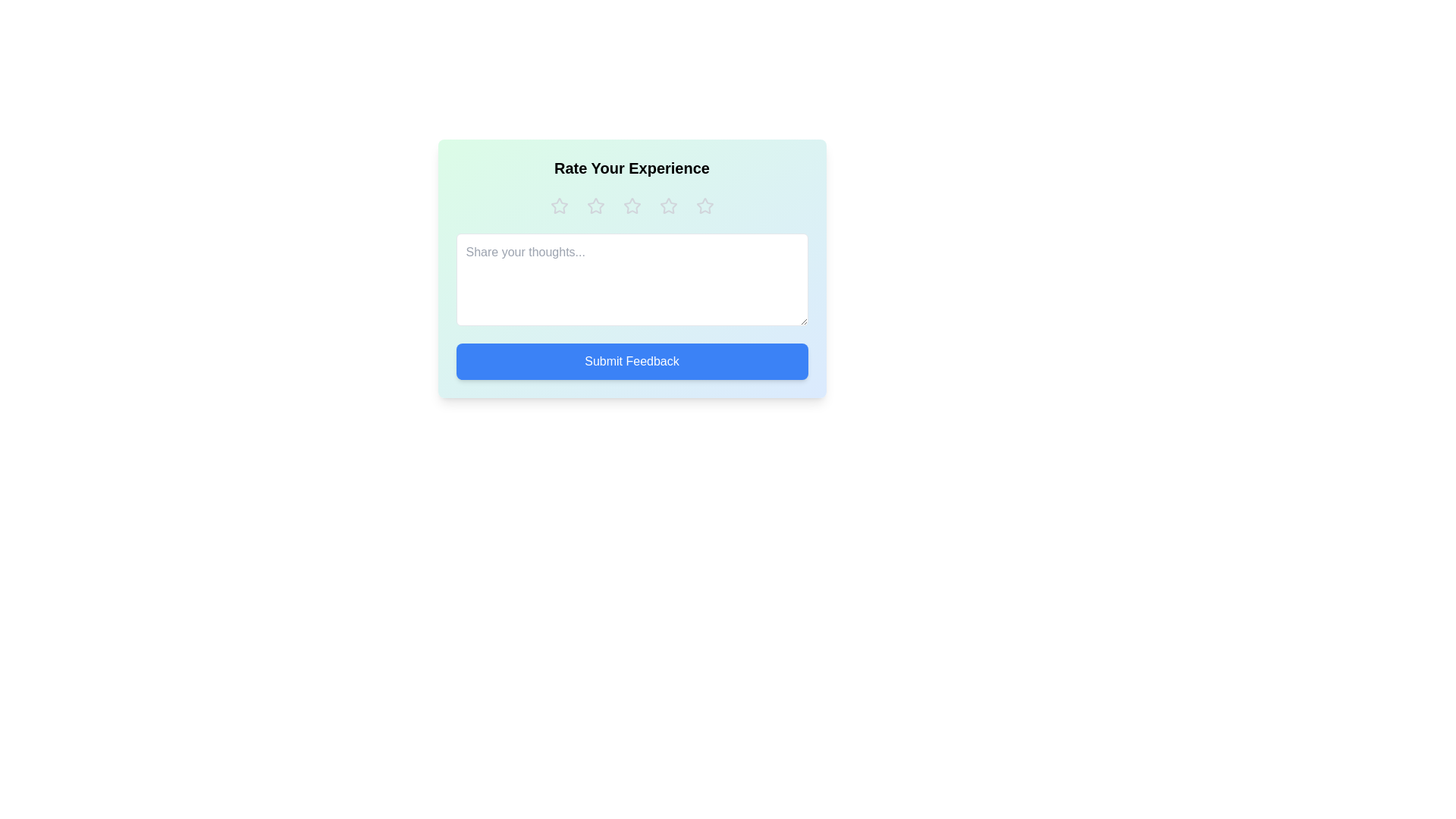 The image size is (1456, 819). Describe the element at coordinates (632, 206) in the screenshot. I see `the rating to 3 stars by clicking on the respective star` at that location.